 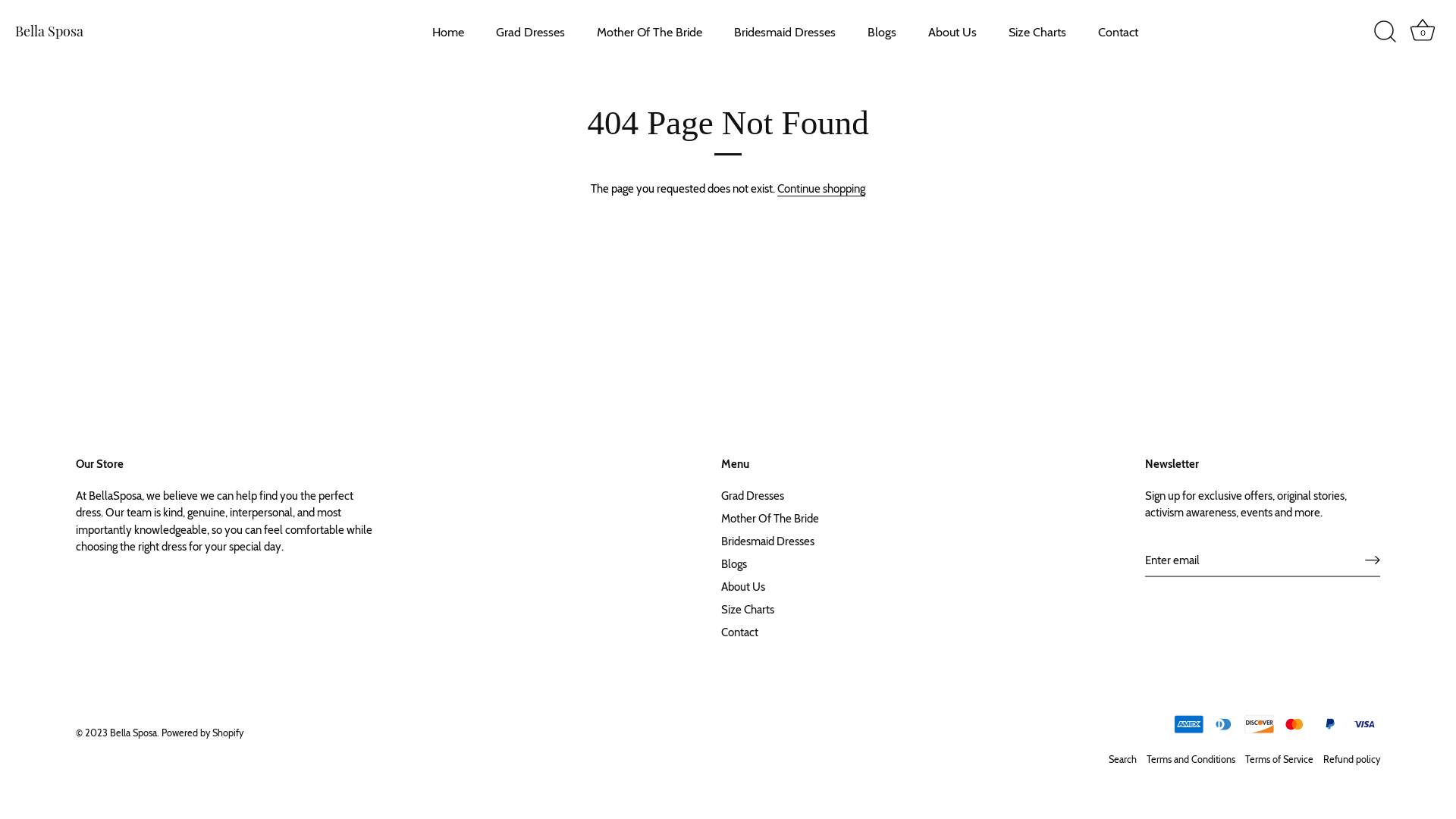 I want to click on 'Powered by Shopify', so click(x=161, y=731).